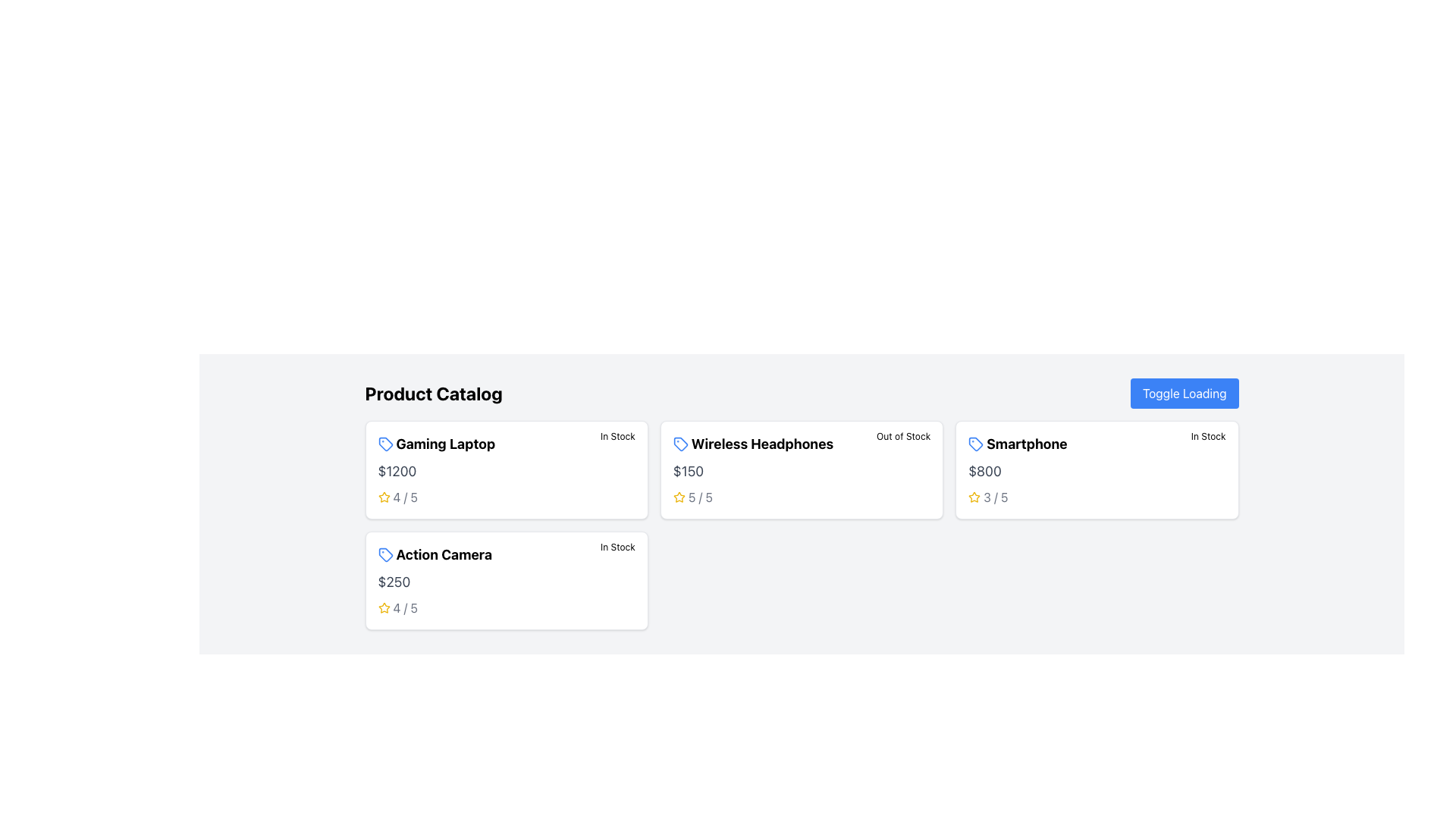  What do you see at coordinates (385, 444) in the screenshot?
I see `the visual indicator icon to the left of the 'Gaming Laptop' text in the Product Catalog interface` at bounding box center [385, 444].